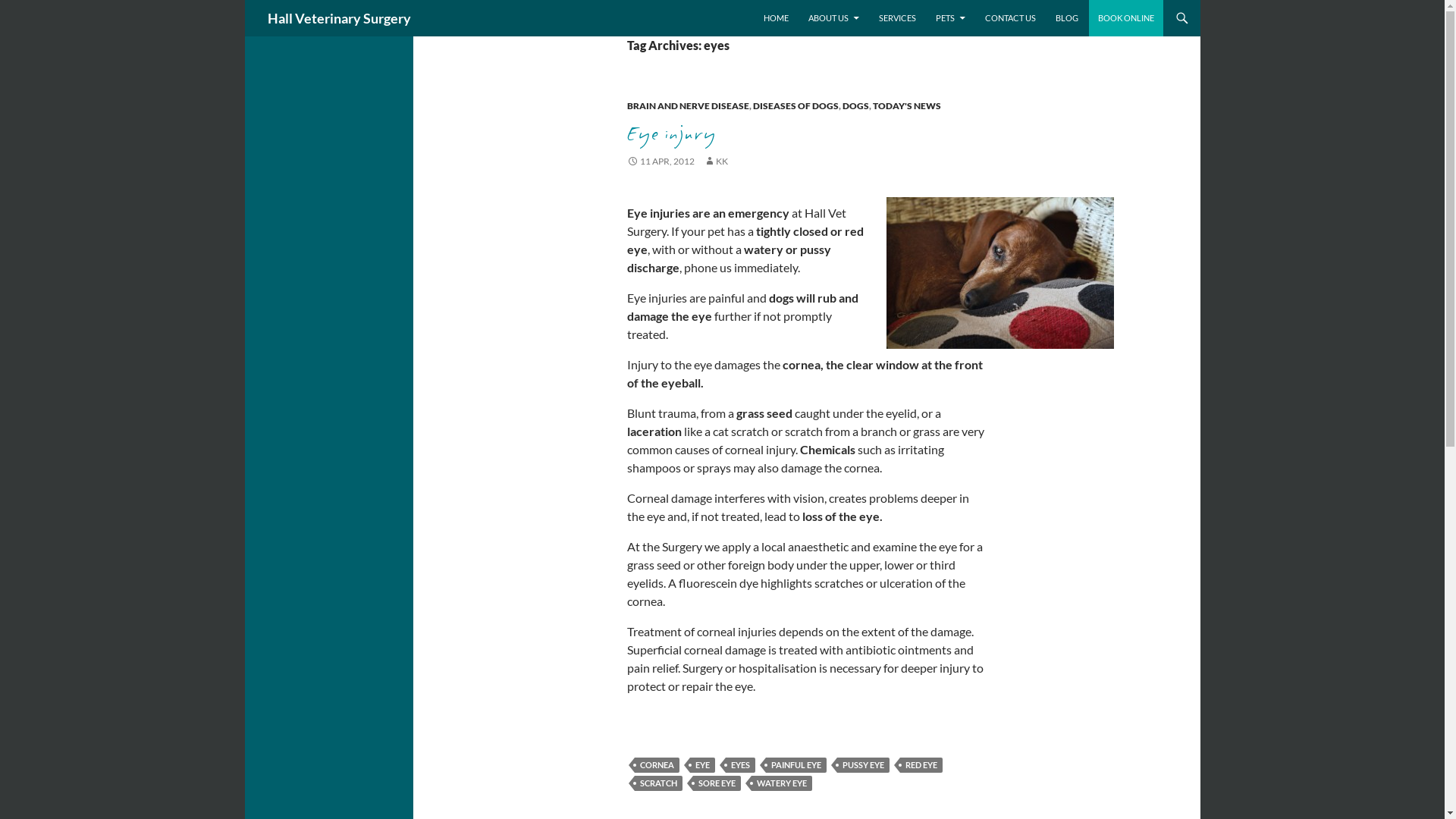 Image resolution: width=1456 pixels, height=819 pixels. Describe the element at coordinates (906, 105) in the screenshot. I see `'TODAY'S NEWS'` at that location.